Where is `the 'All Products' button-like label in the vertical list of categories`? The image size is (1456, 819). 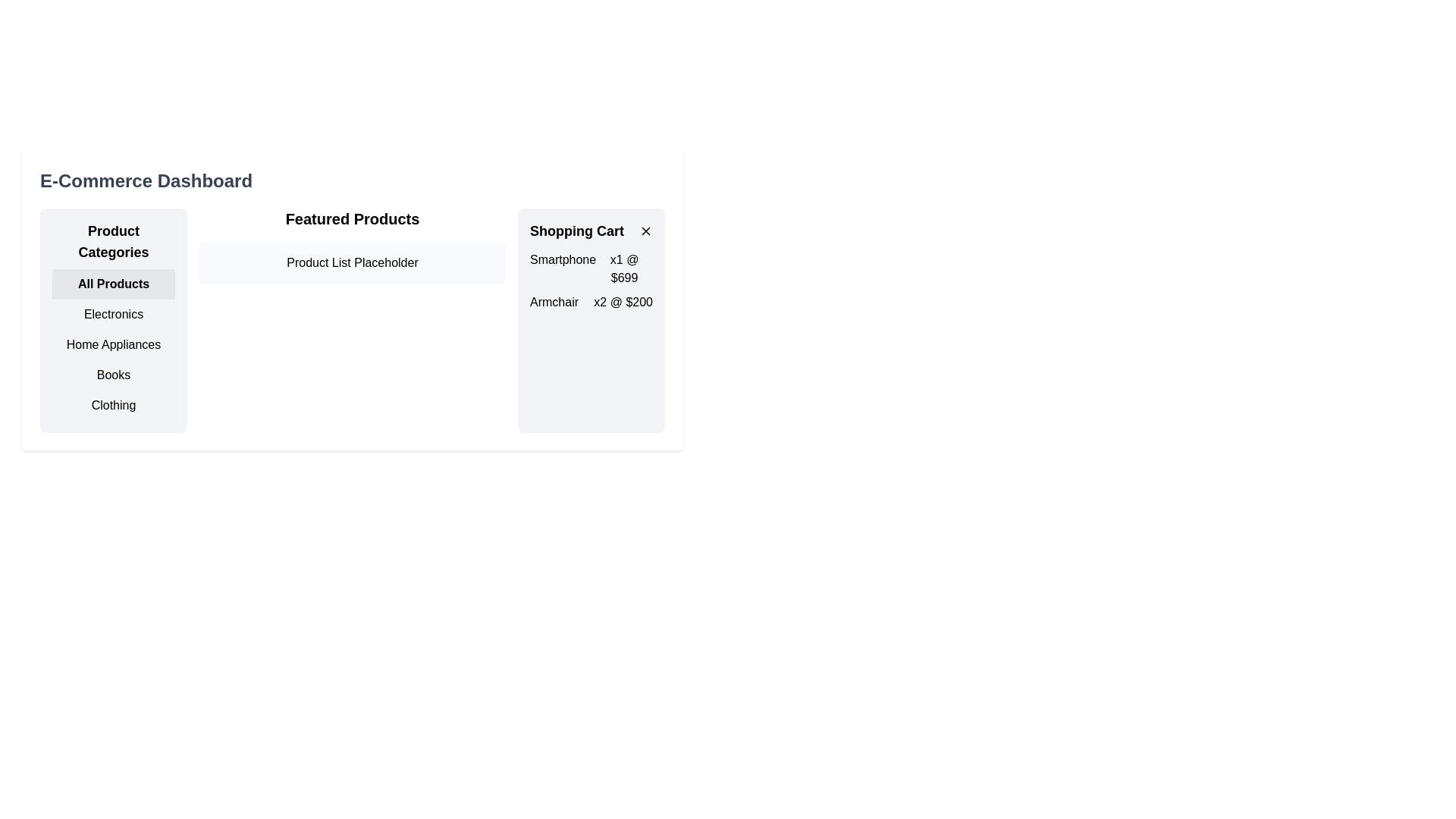 the 'All Products' button-like label in the vertical list of categories is located at coordinates (112, 284).